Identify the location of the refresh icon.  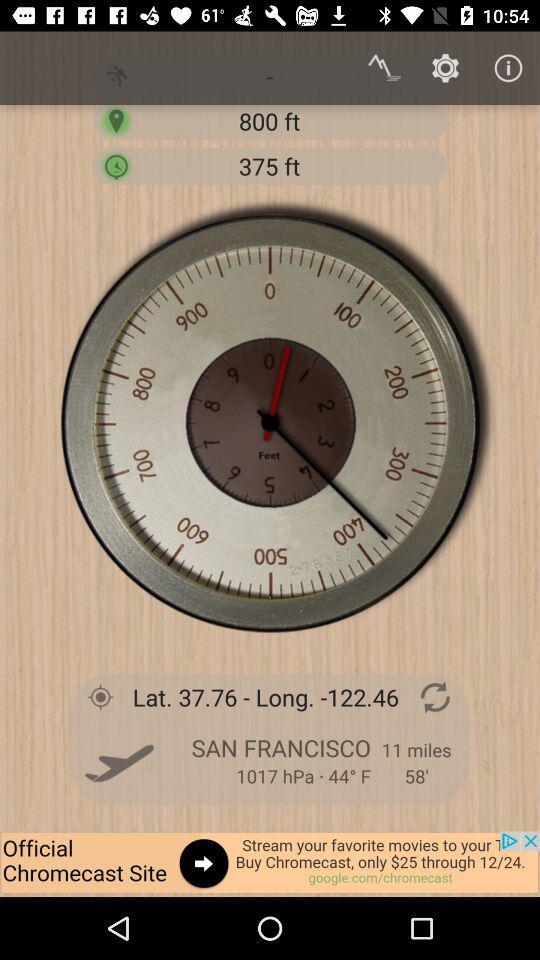
(434, 697).